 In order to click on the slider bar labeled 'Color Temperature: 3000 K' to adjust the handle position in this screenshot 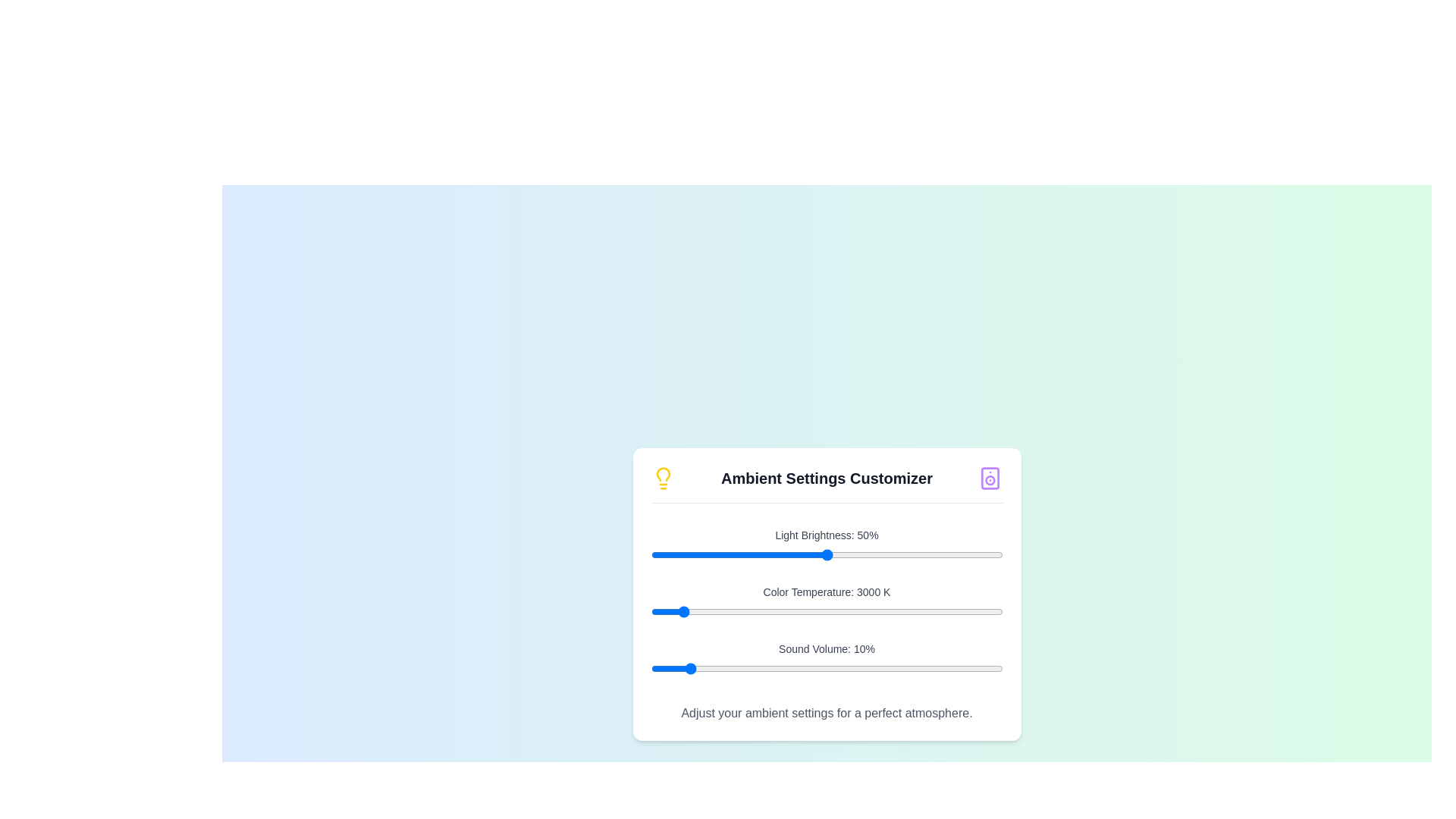, I will do `click(826, 603)`.